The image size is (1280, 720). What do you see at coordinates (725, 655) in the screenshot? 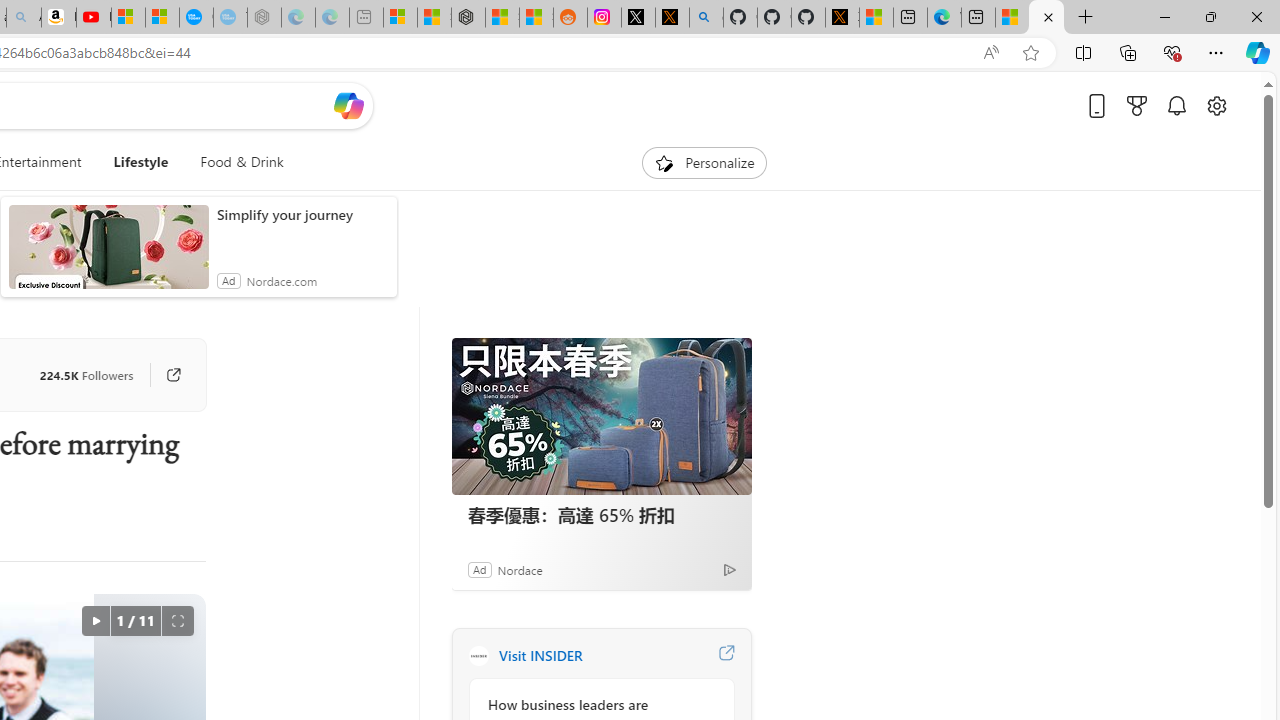
I see `'Visit INSIDER website'` at bounding box center [725, 655].